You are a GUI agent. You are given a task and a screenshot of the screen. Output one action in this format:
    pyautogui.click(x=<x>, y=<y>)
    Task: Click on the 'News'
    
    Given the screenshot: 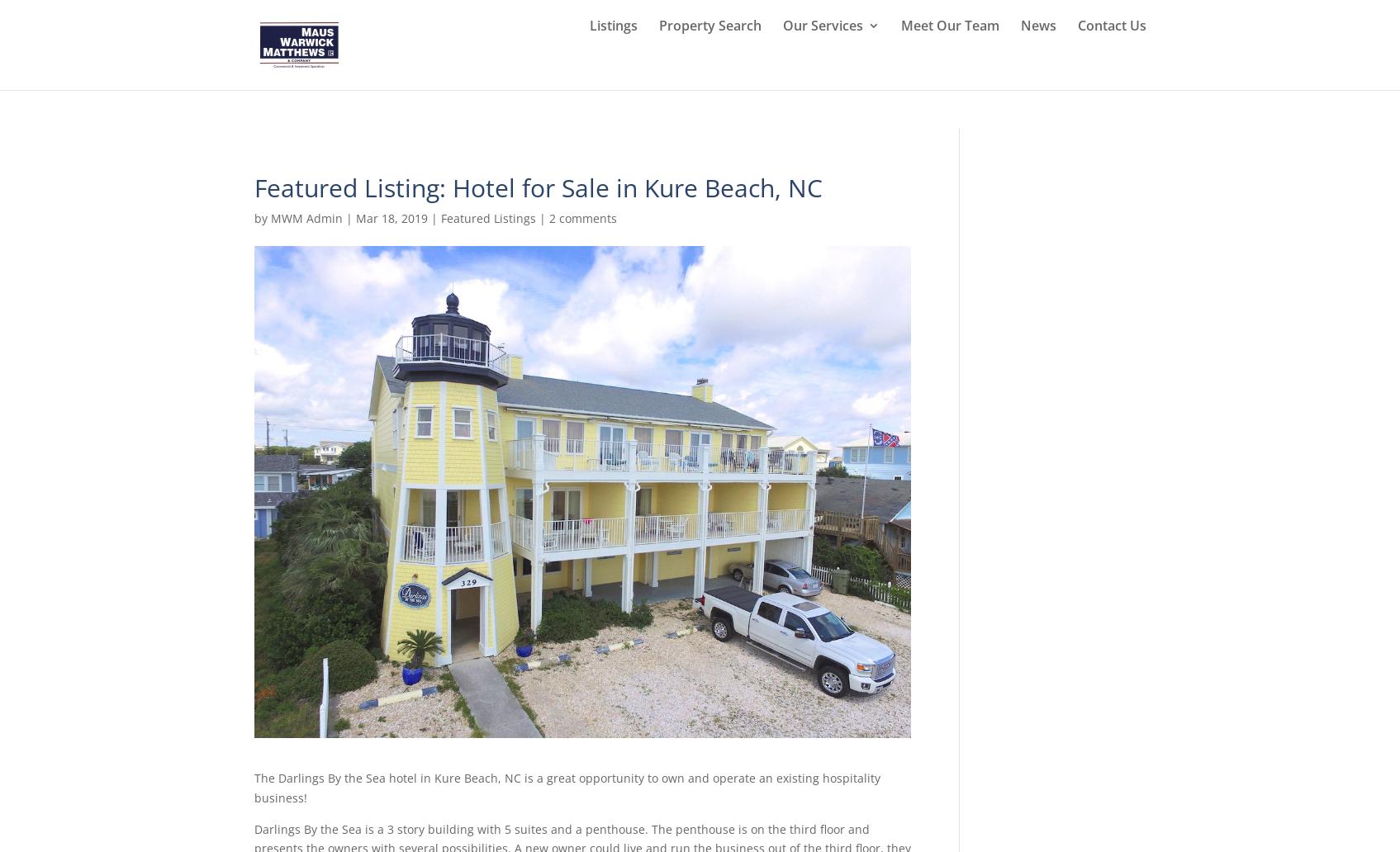 What is the action you would take?
    pyautogui.click(x=1037, y=64)
    